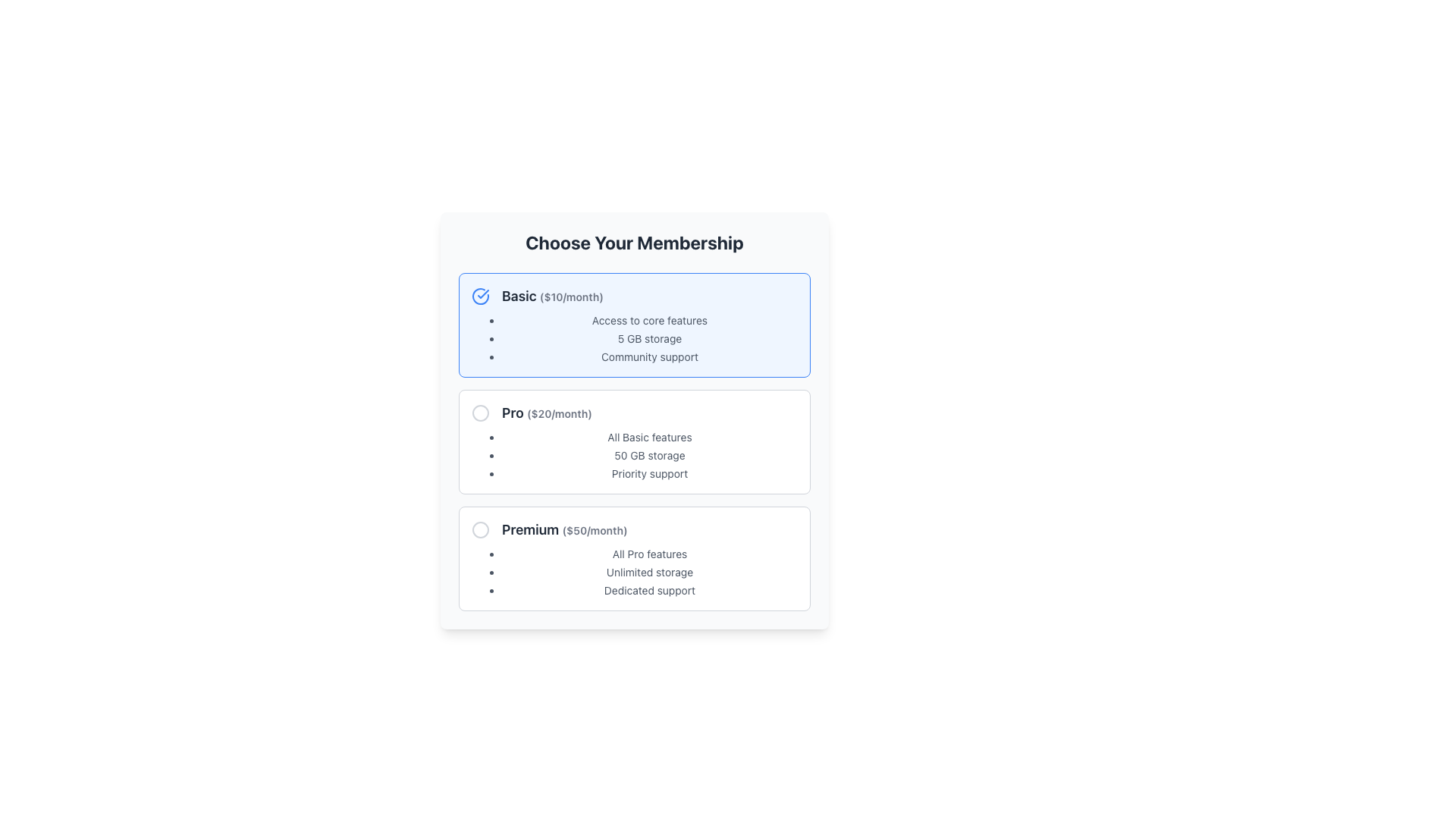  Describe the element at coordinates (479, 296) in the screenshot. I see `the circular graphic icon within the blue-bordered box of the 'Basic ($10/month)' membership option` at that location.